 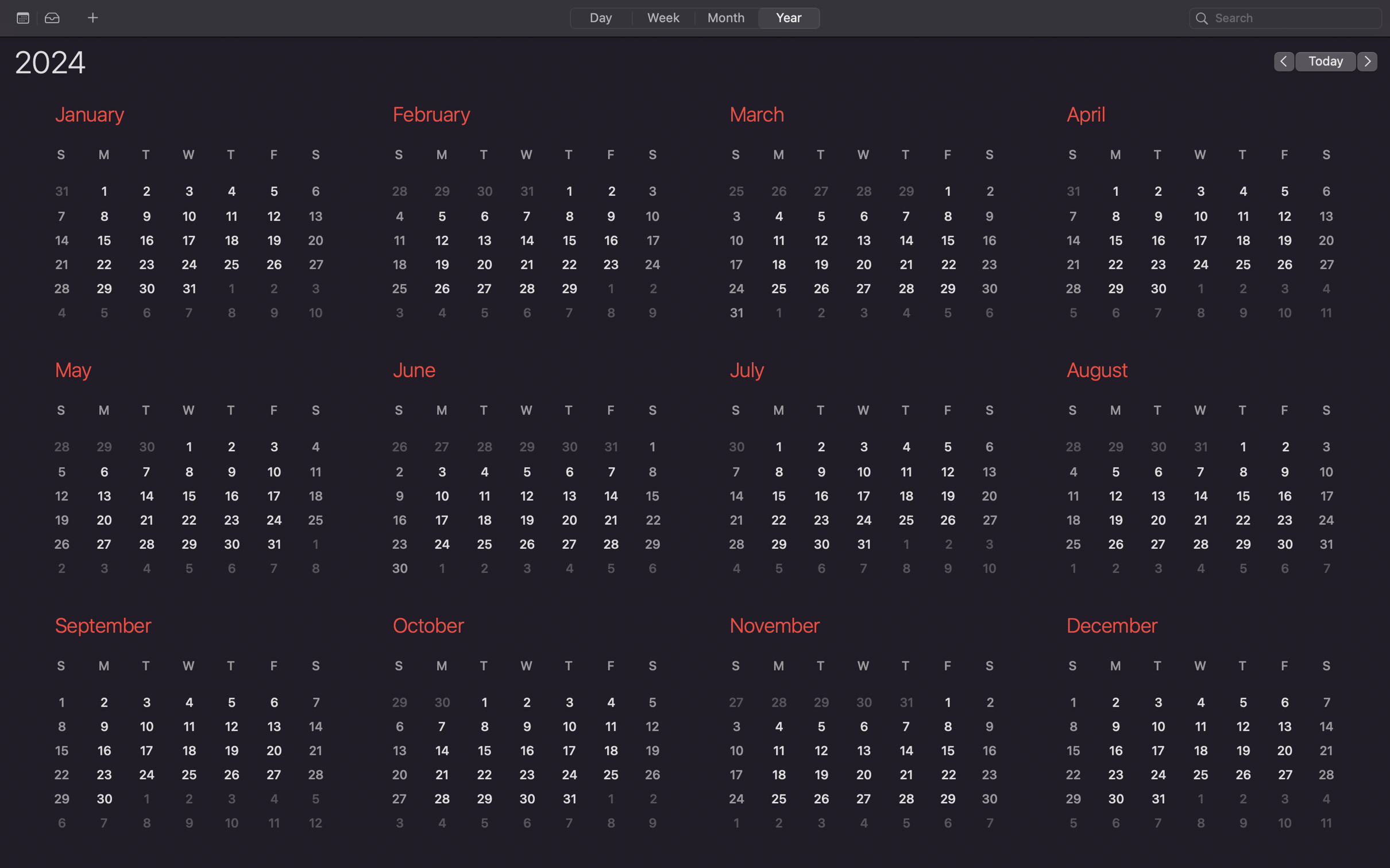 I want to click on View the activities for 13th March, so click(x=867, y=241).